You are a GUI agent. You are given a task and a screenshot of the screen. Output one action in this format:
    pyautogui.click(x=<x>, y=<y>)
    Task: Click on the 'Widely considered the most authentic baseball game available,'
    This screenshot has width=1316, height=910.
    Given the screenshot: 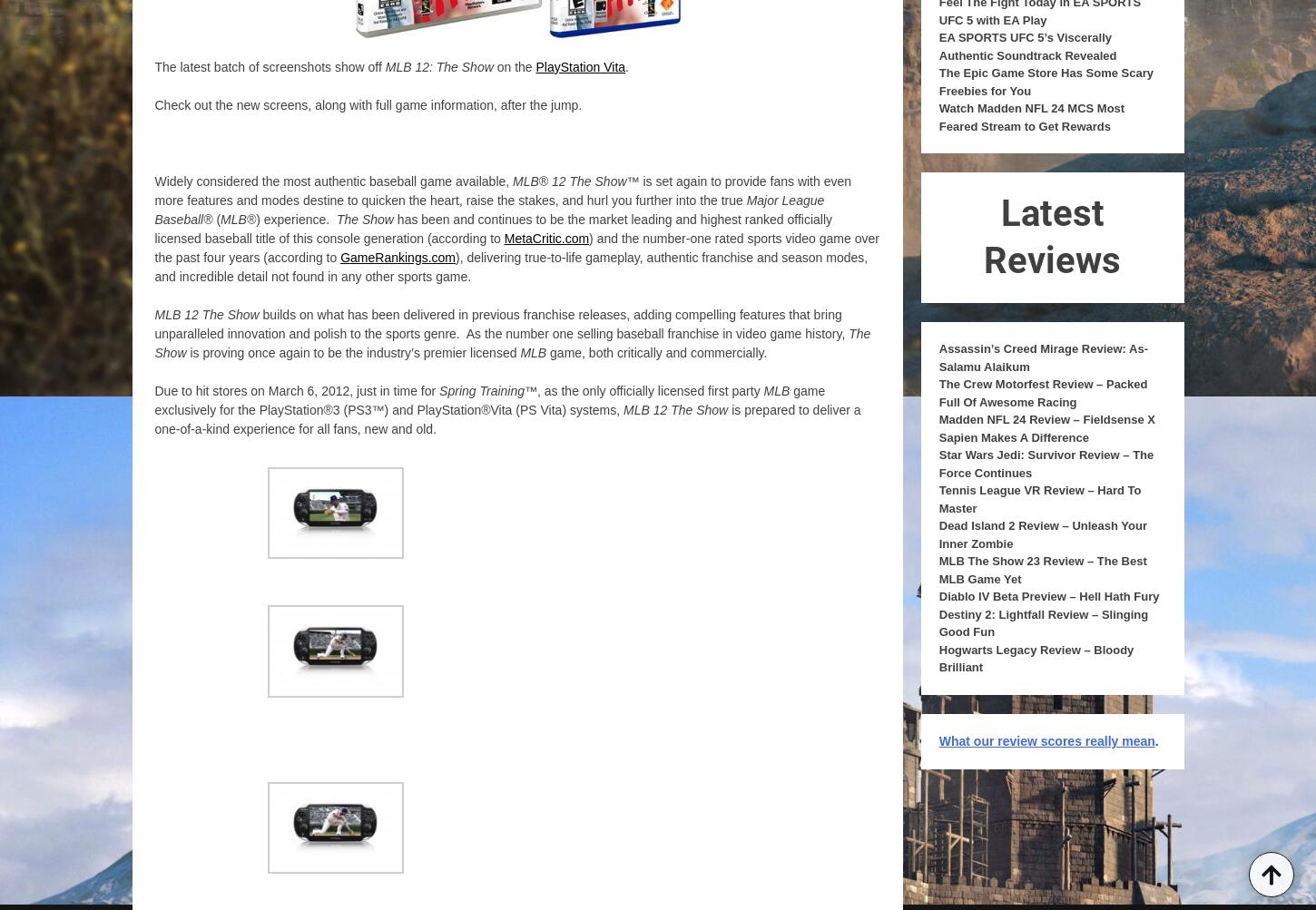 What is the action you would take?
    pyautogui.click(x=332, y=179)
    